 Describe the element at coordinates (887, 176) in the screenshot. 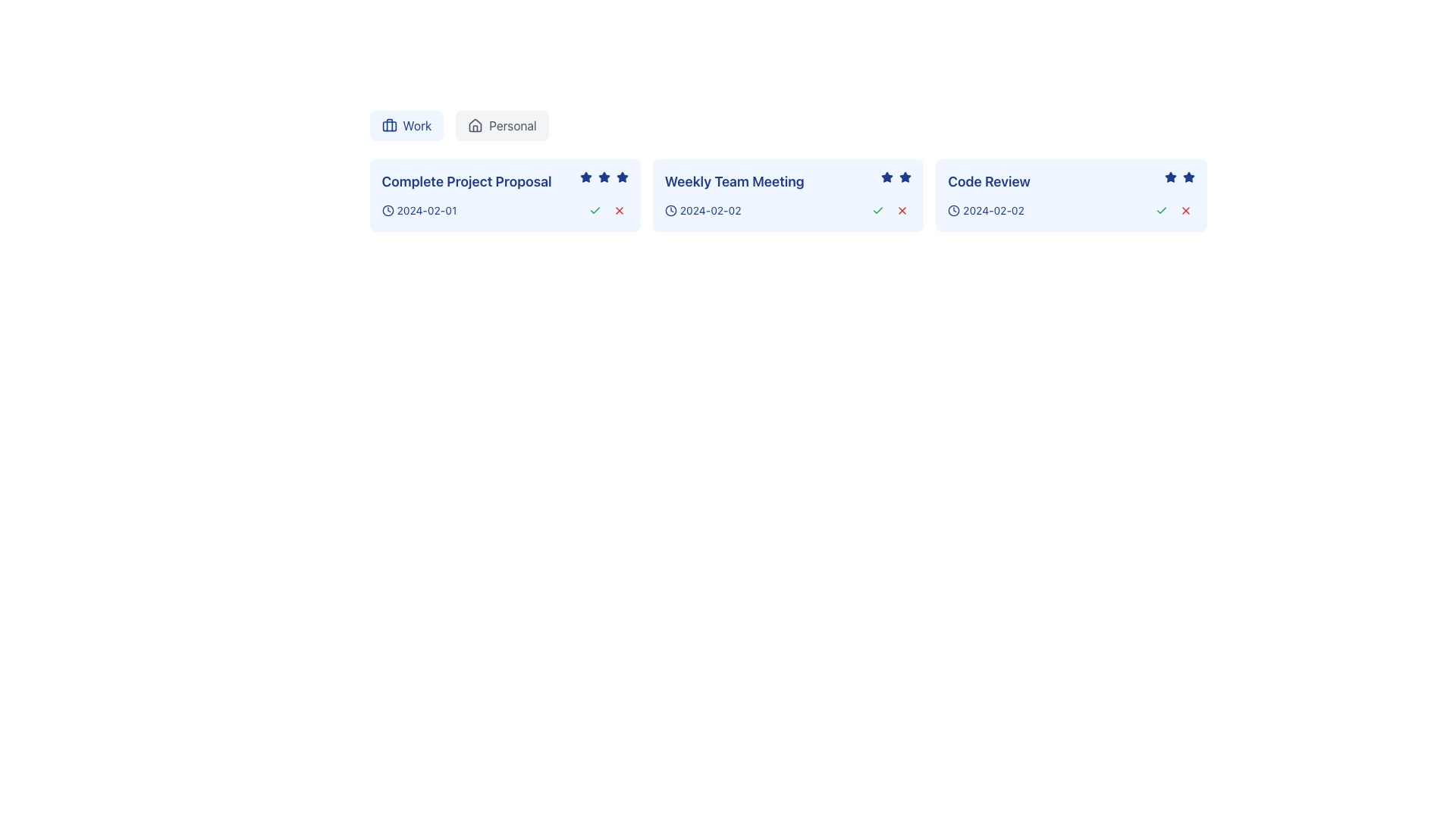

I see `the blue star-shaped icon within the 'Weekly Team Meeting' task card` at that location.